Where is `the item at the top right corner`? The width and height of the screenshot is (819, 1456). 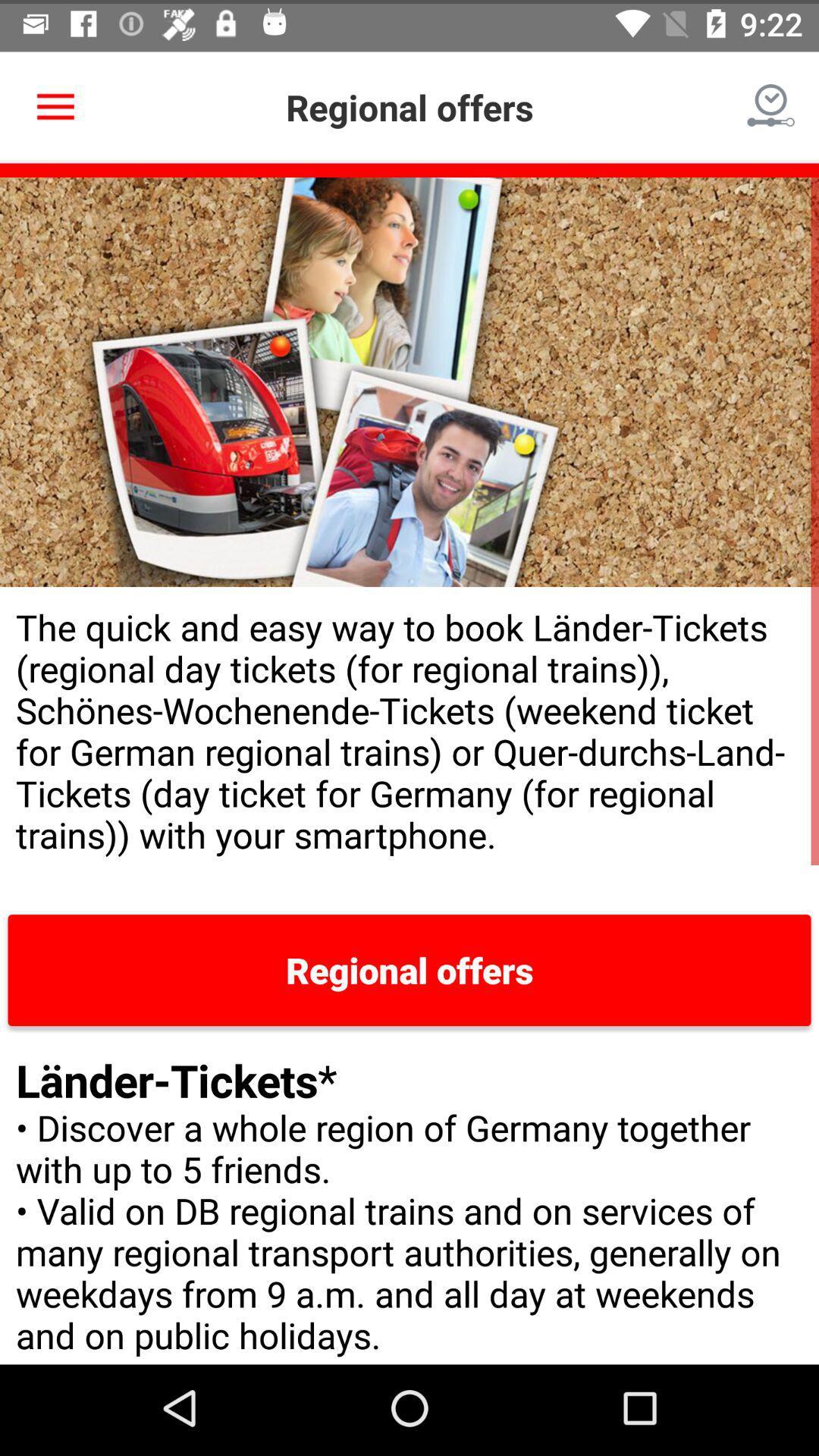 the item at the top right corner is located at coordinates (771, 102).